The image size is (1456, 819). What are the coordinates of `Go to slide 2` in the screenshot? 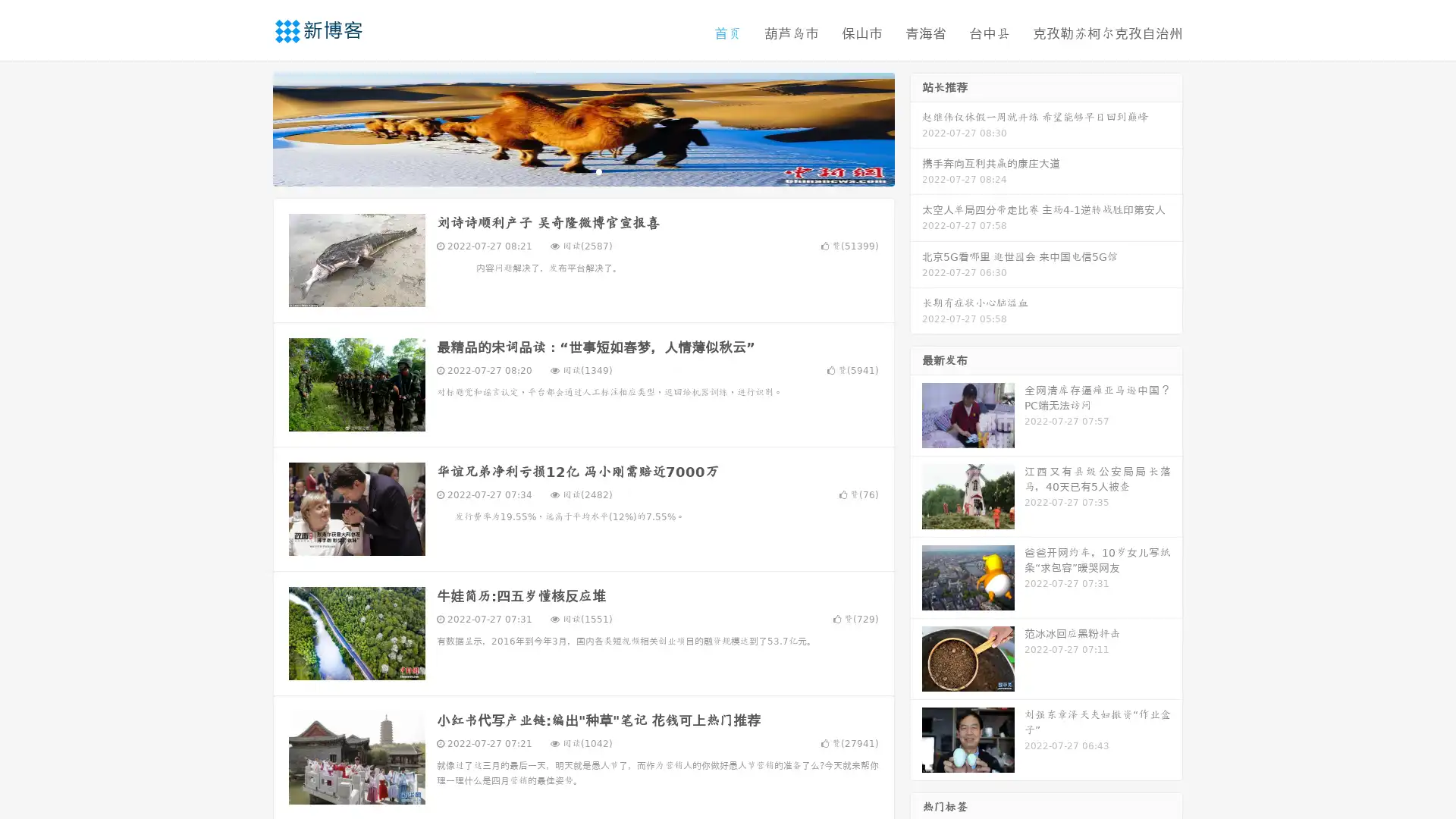 It's located at (582, 171).